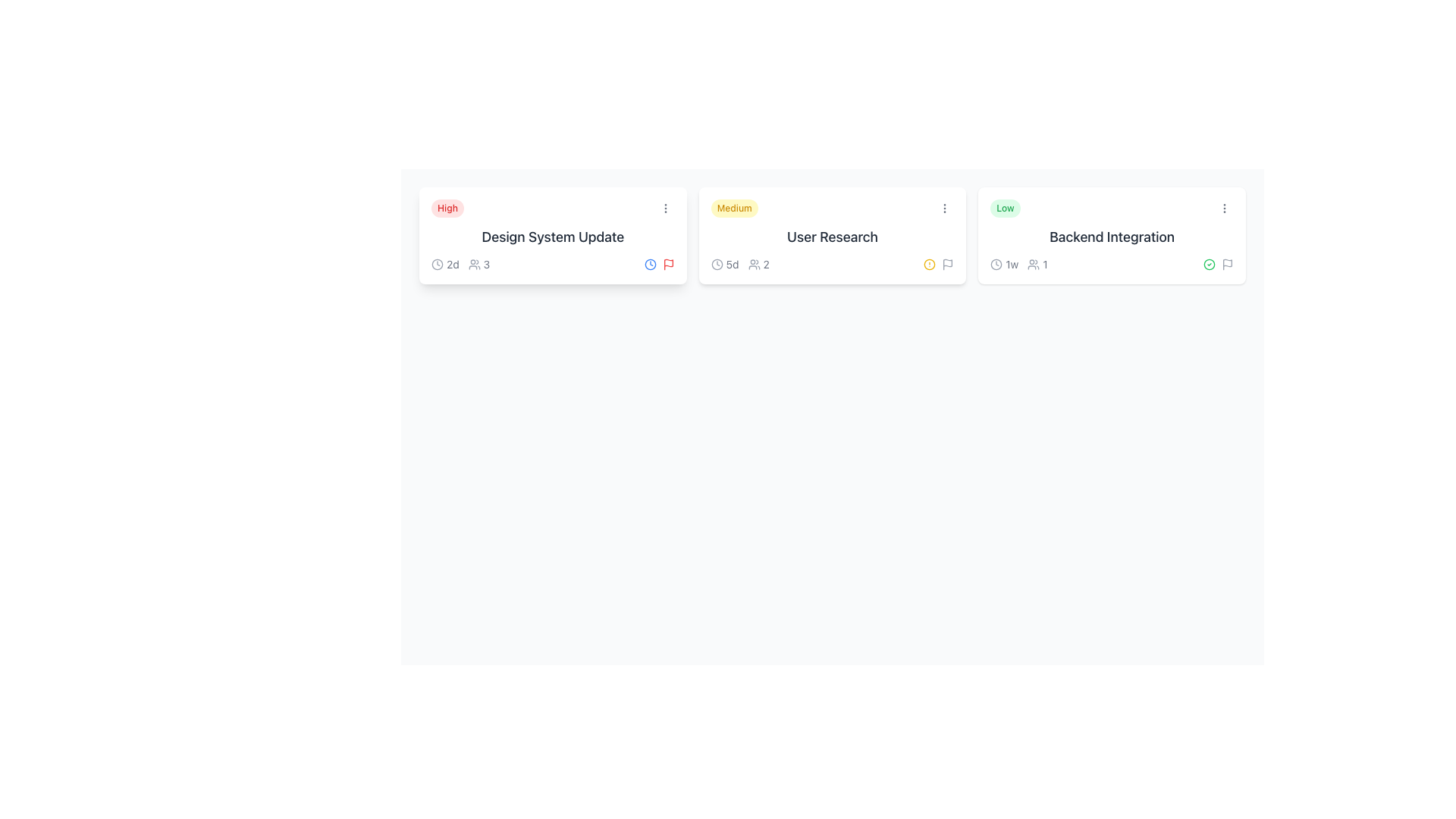 The width and height of the screenshot is (1456, 819). What do you see at coordinates (1224, 208) in the screenshot?
I see `the options menu Icon button (vertical ellipsis) located at the top-right corner of the 'Backend Integration' card` at bounding box center [1224, 208].